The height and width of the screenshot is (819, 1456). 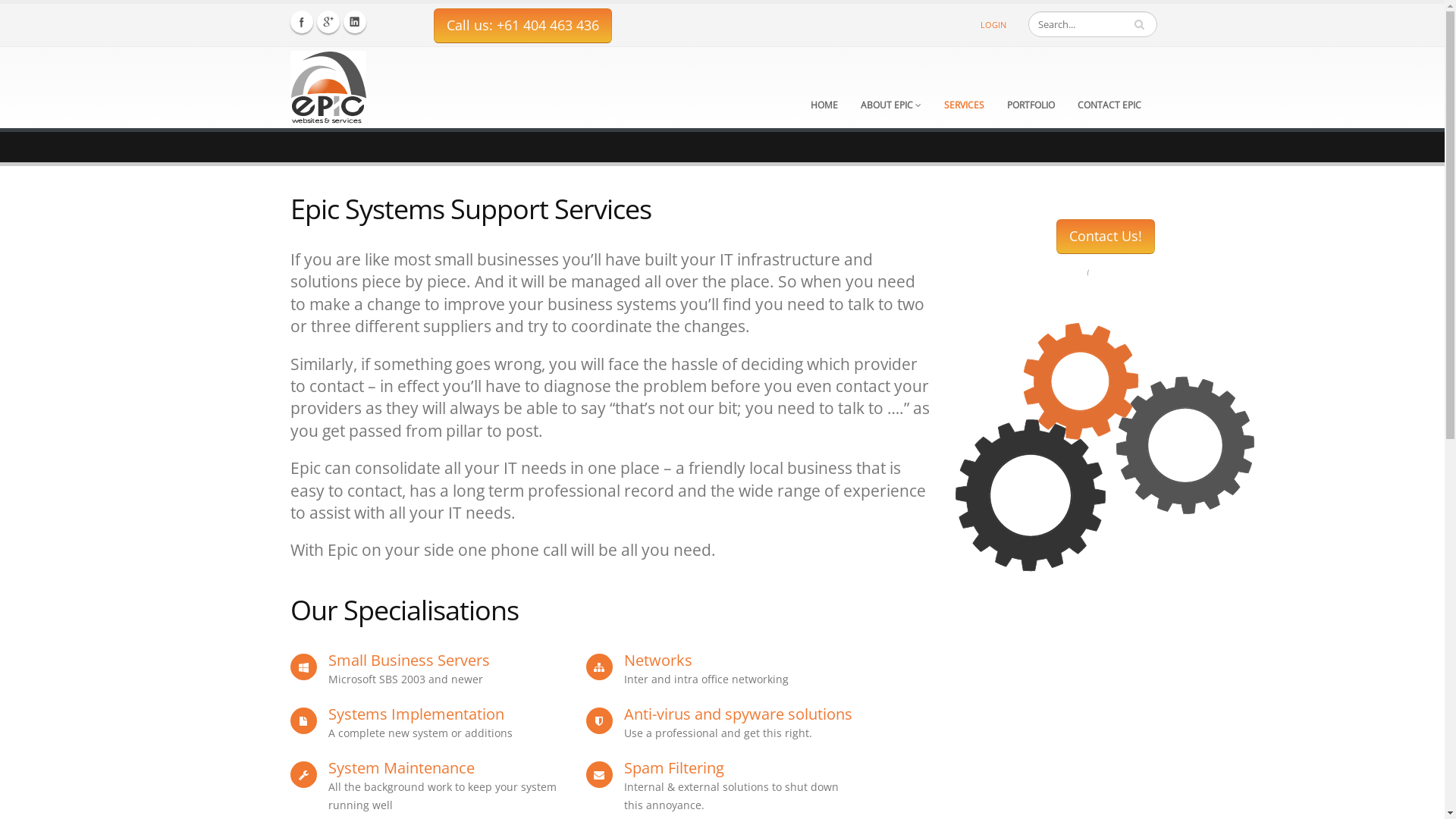 What do you see at coordinates (301, 22) in the screenshot?
I see `'Facebook'` at bounding box center [301, 22].